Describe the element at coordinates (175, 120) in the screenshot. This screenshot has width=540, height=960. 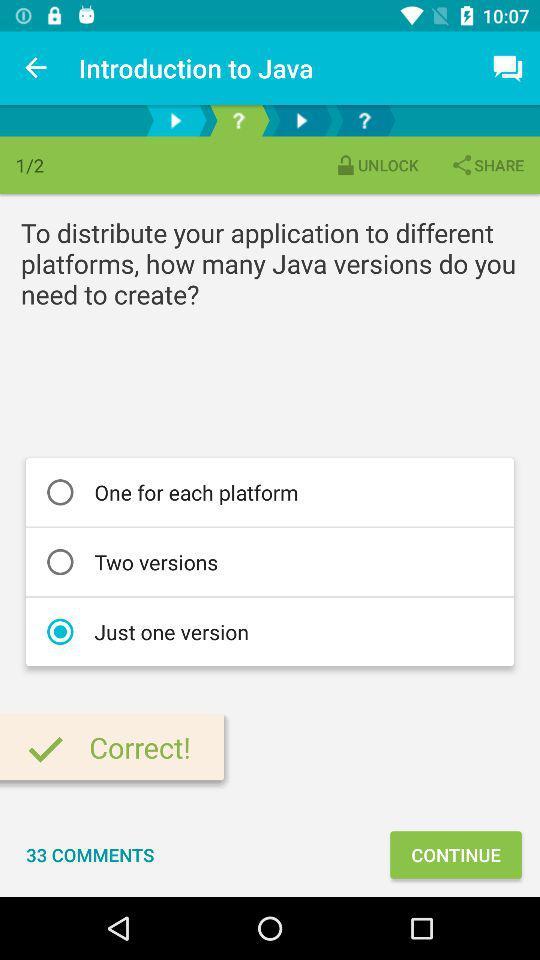
I see `play` at that location.